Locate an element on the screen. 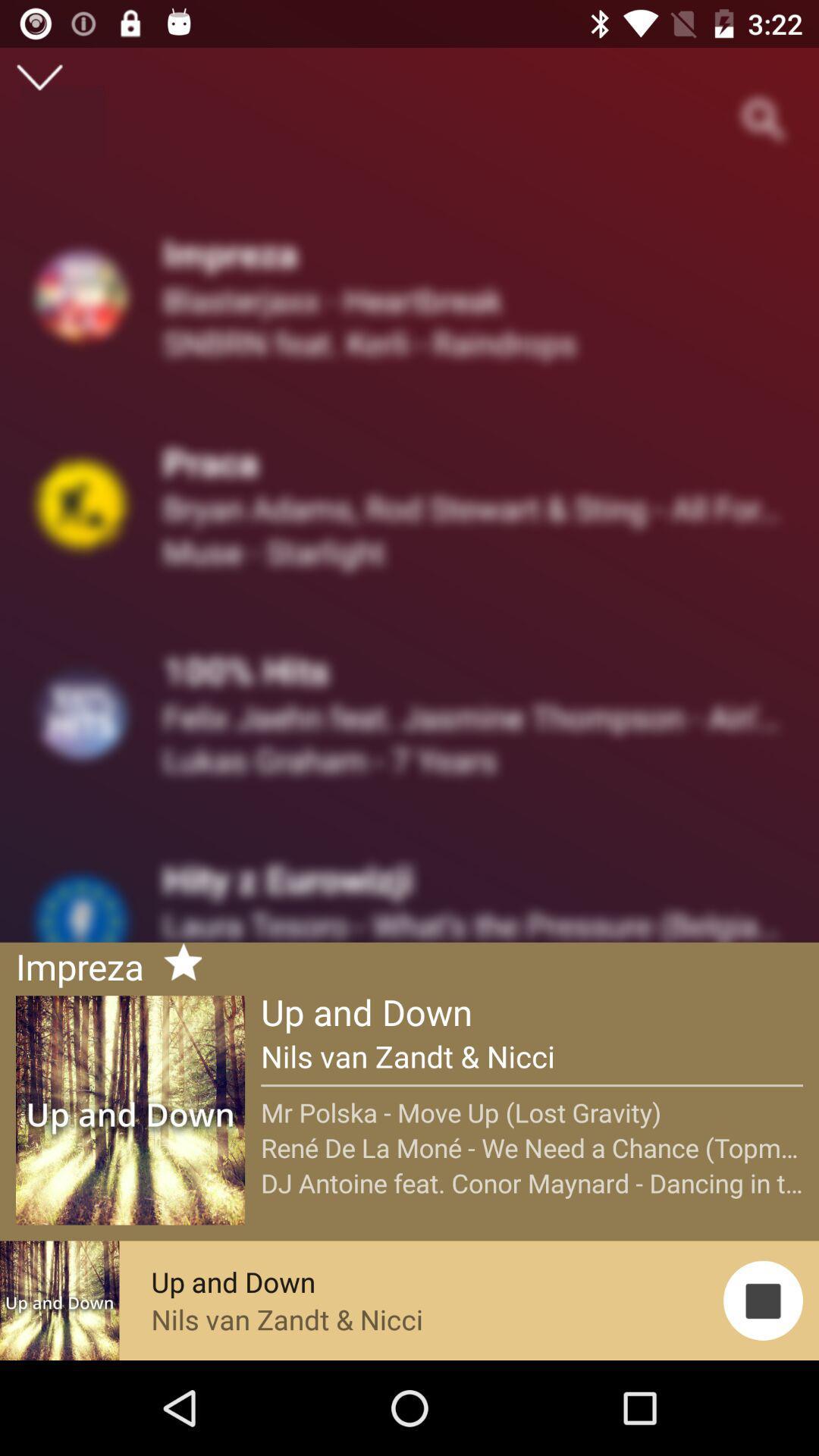 The width and height of the screenshot is (819, 1456). the star after the impreza is located at coordinates (175, 964).